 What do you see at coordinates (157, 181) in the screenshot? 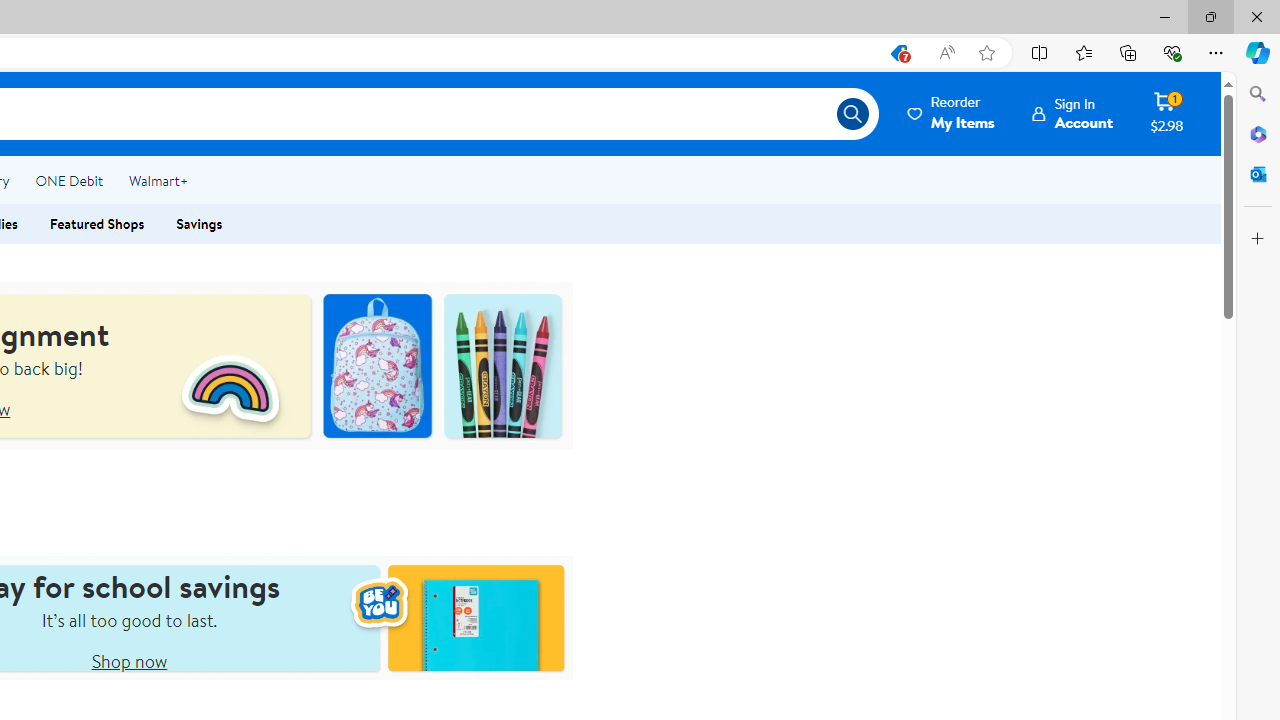
I see `'Walmart+'` at bounding box center [157, 181].